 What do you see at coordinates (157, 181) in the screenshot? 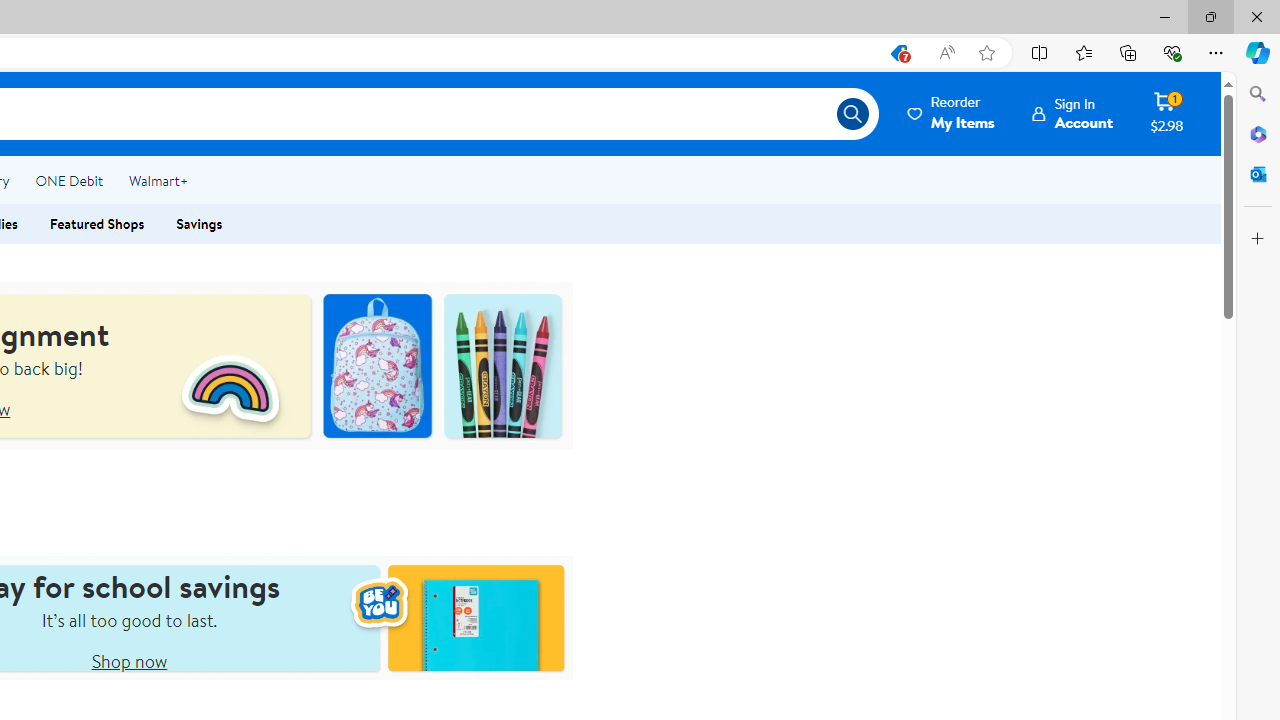
I see `'Walmart+'` at bounding box center [157, 181].